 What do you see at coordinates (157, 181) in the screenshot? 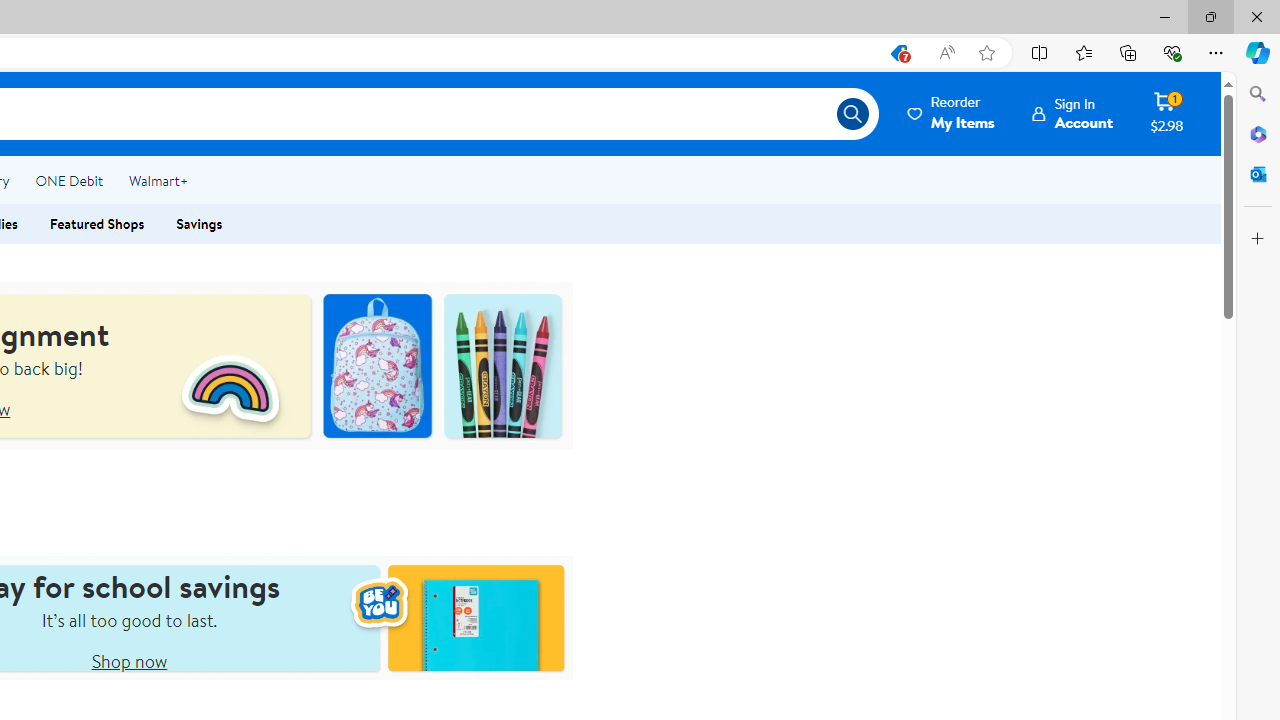
I see `'Walmart+'` at bounding box center [157, 181].